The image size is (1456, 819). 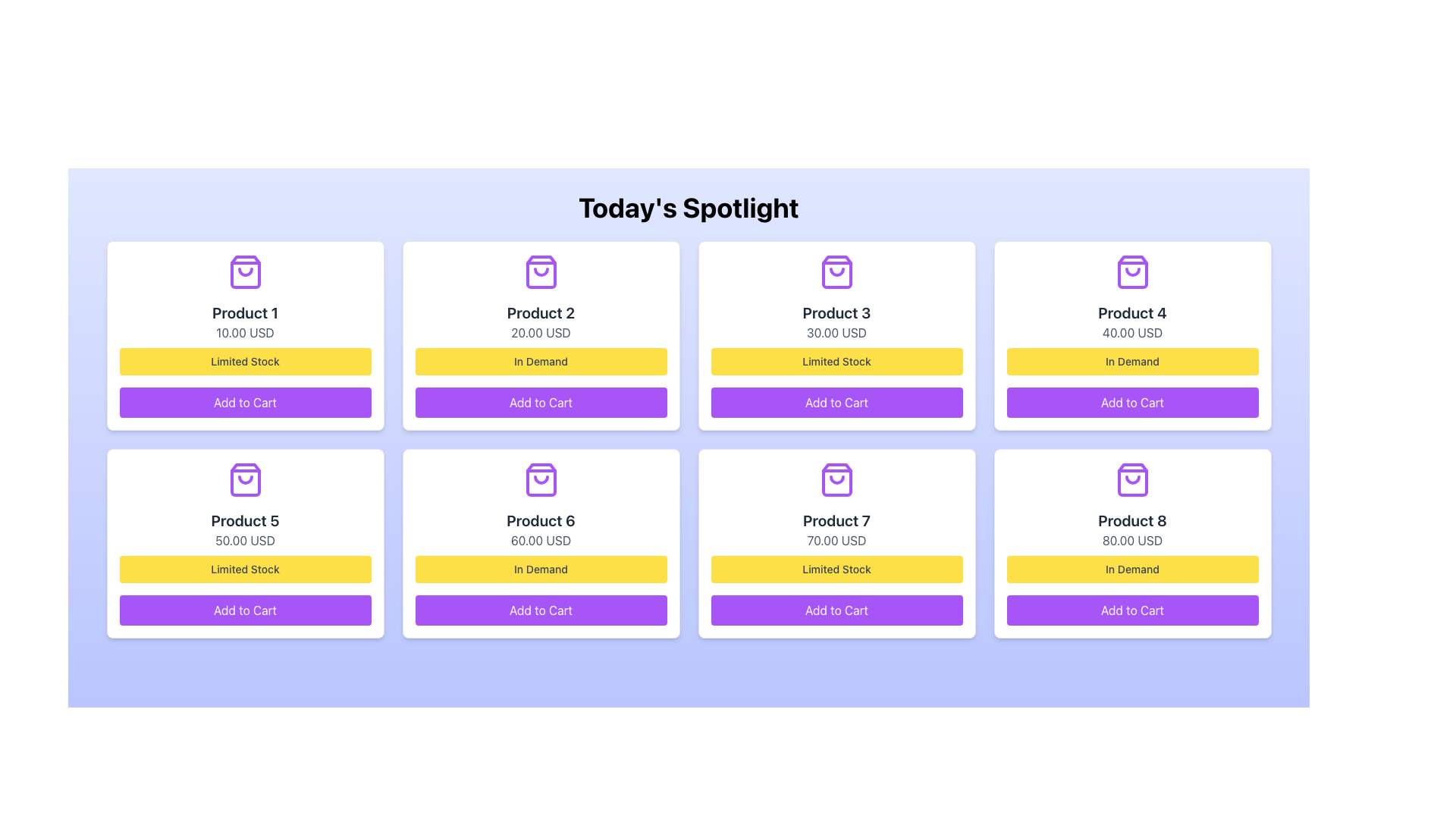 What do you see at coordinates (541, 570) in the screenshot?
I see `the 'In Demand' status banner located on the product card for 'Product 6' in the second row and second column of the grid` at bounding box center [541, 570].